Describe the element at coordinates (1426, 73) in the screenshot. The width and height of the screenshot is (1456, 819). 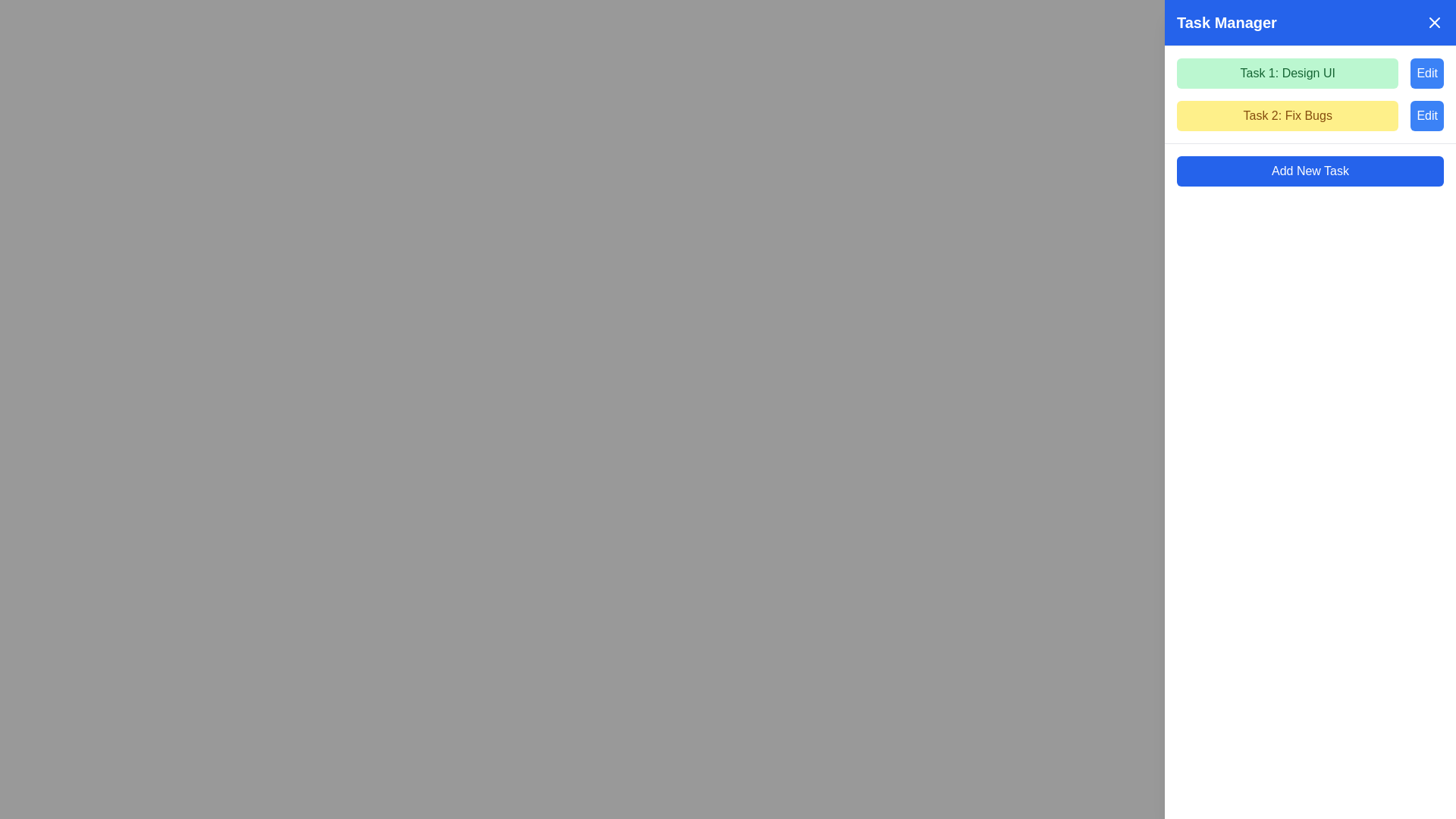
I see `the edit button for the task labeled 'Task 1: Design UI' located at the far-right edge of the task list in the 'Task Manager' panel to initiate the edit action` at that location.